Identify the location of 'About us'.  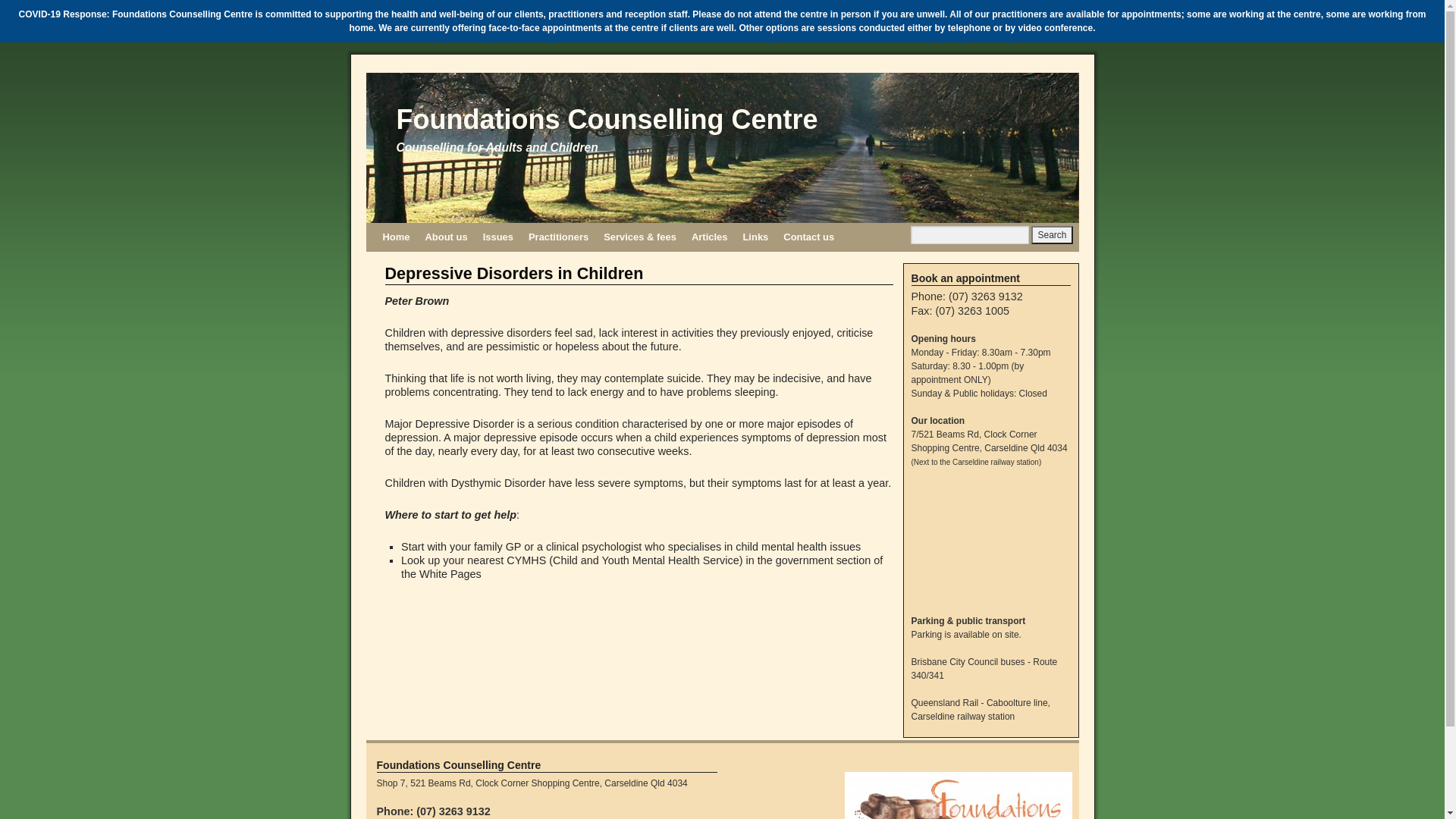
(445, 237).